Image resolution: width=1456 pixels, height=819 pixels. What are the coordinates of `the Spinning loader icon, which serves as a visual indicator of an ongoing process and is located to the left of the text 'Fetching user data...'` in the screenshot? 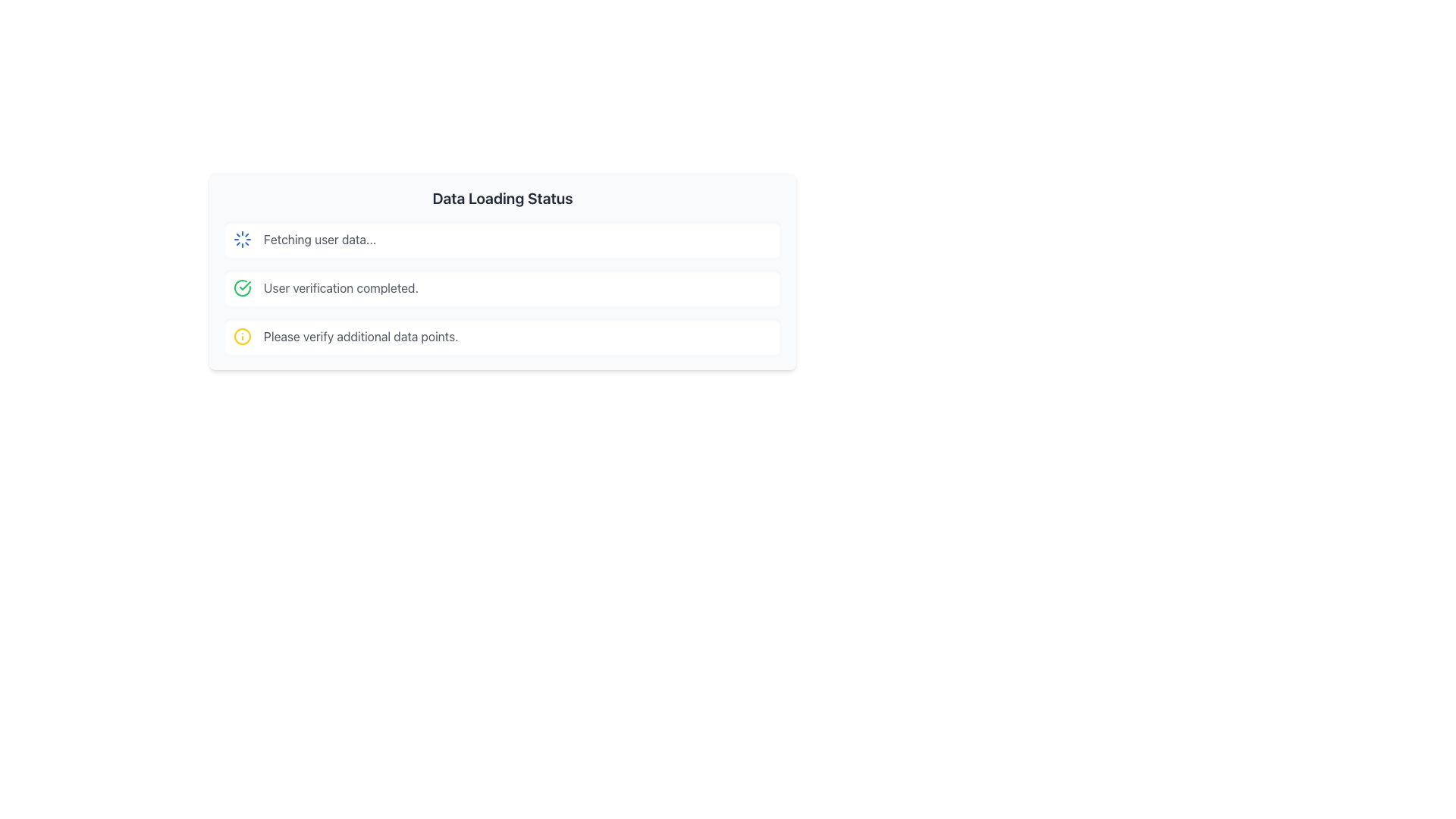 It's located at (243, 239).